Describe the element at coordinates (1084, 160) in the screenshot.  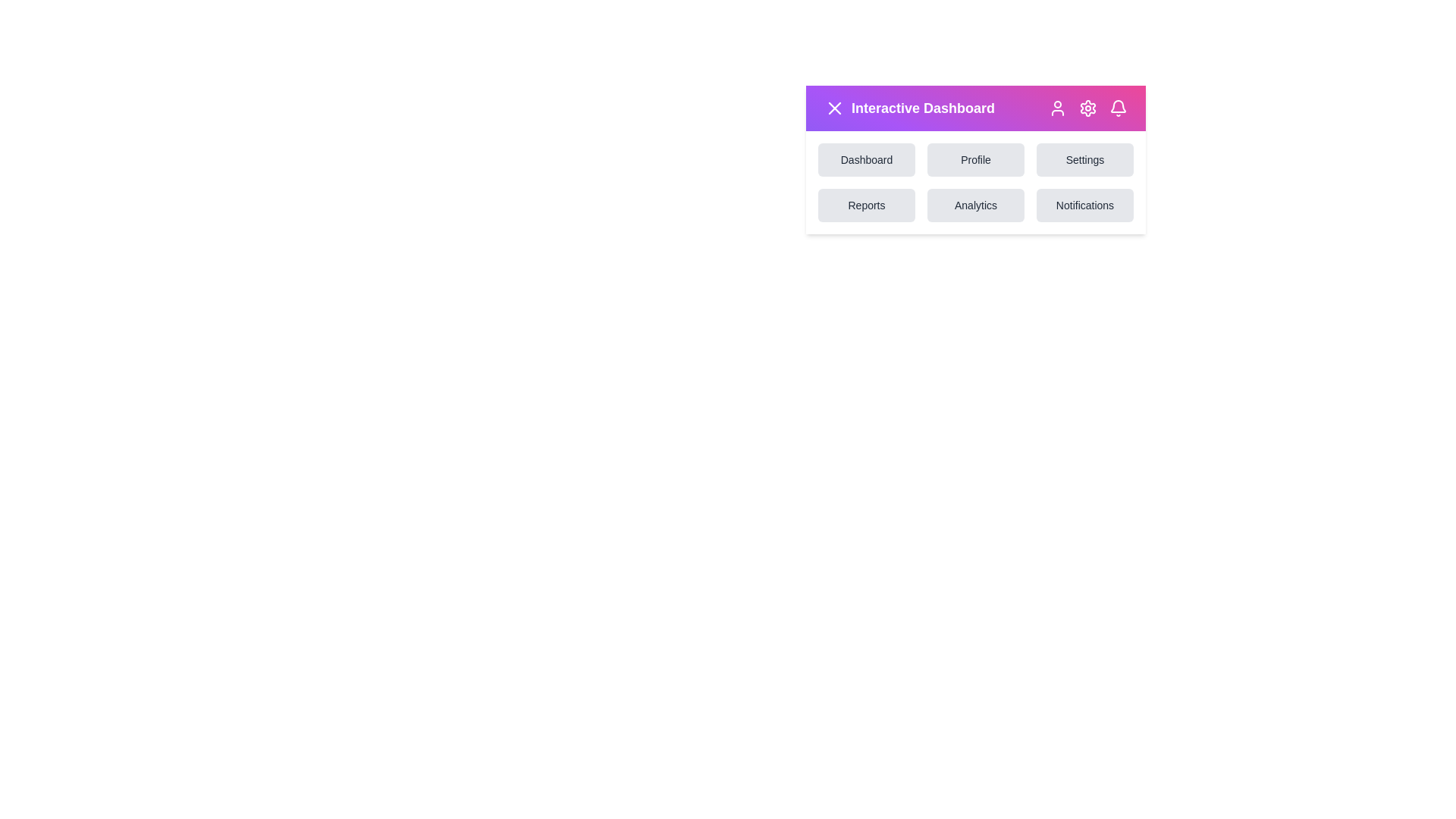
I see `the option Settings from the menu grid` at that location.